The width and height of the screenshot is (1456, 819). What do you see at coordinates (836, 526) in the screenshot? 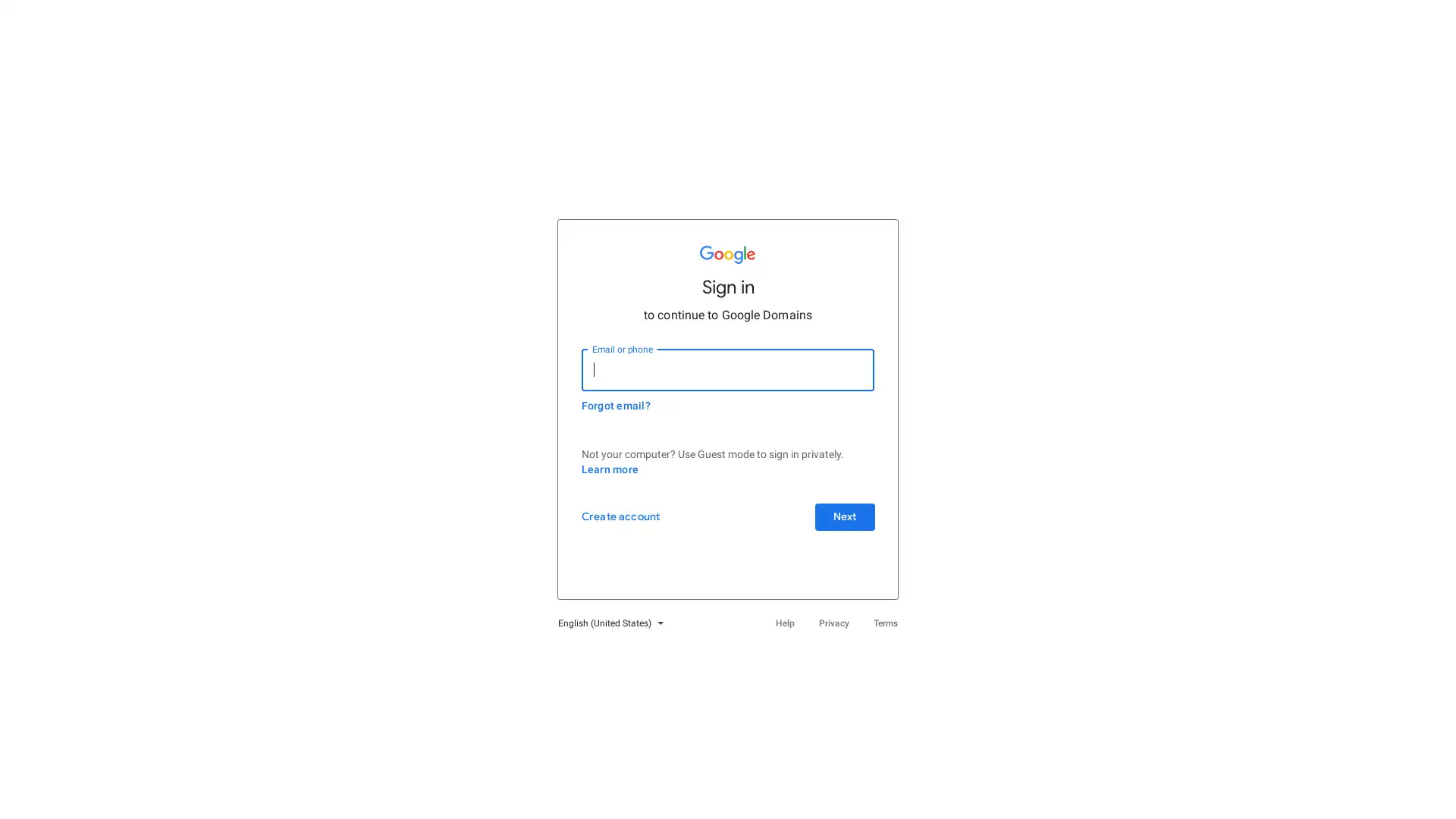
I see `Next` at bounding box center [836, 526].